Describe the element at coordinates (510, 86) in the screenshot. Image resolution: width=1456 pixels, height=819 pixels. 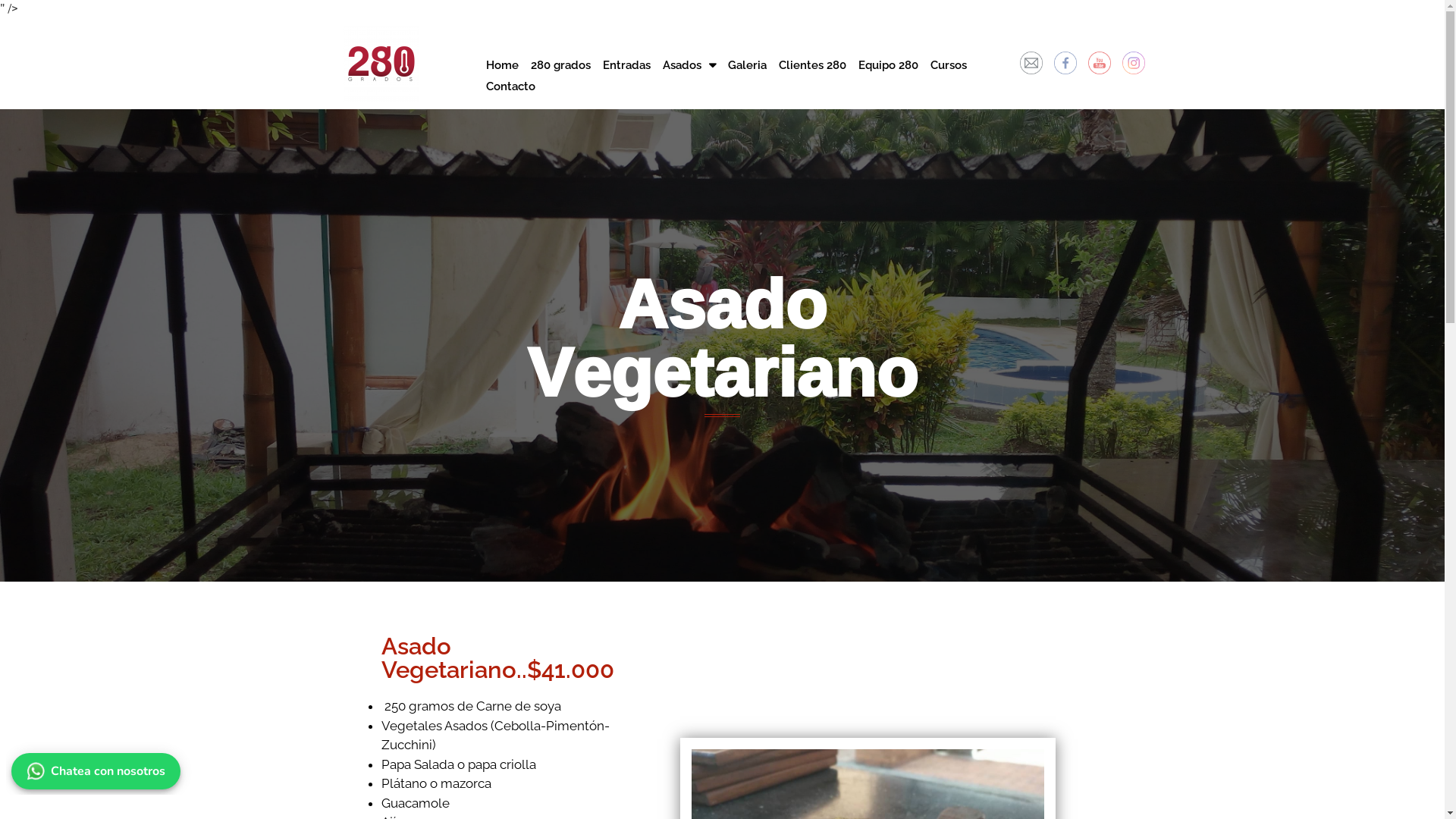
I see `'Contacto'` at that location.